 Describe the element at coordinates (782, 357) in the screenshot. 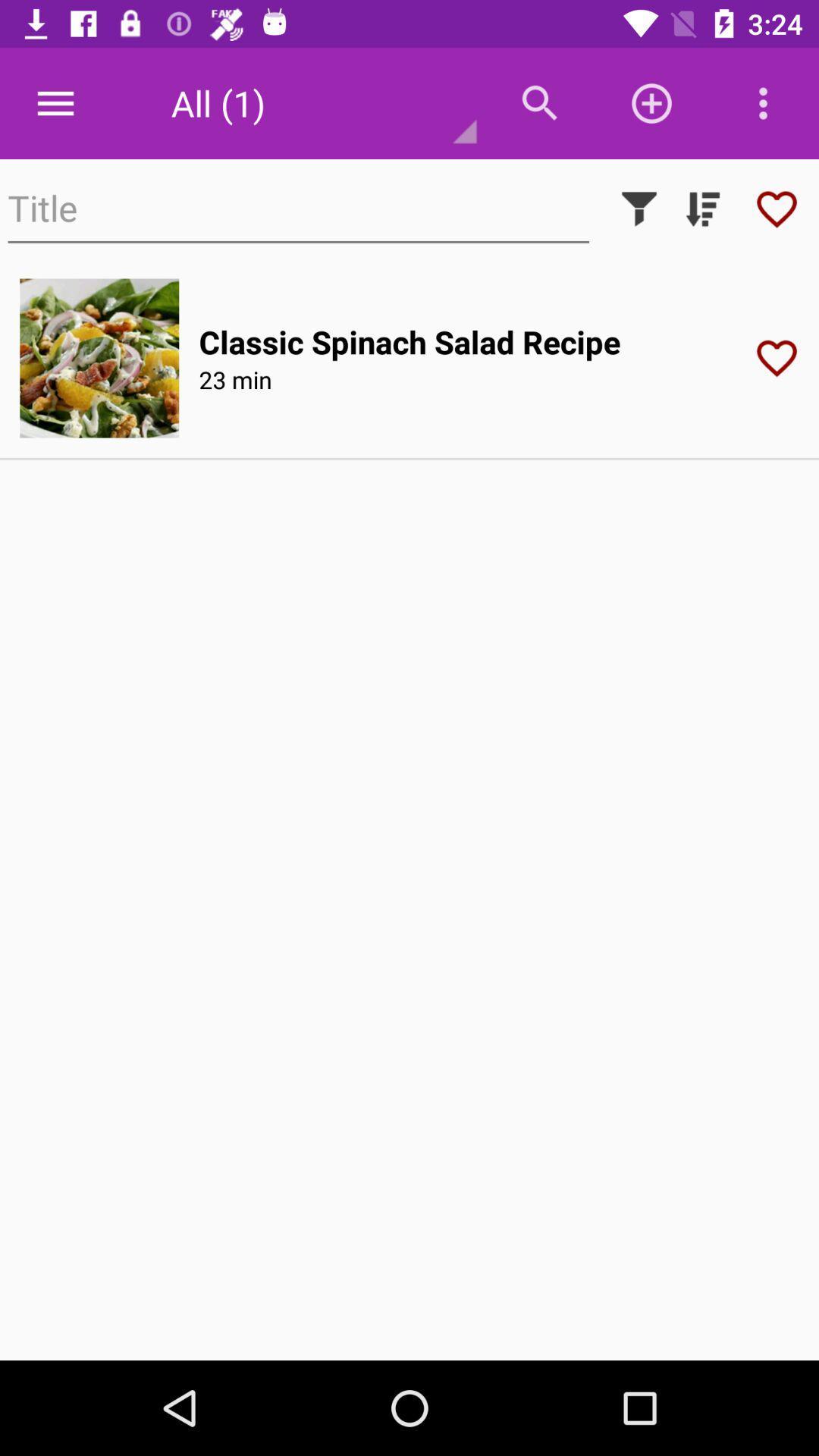

I see `put a recipe into favorite list` at that location.